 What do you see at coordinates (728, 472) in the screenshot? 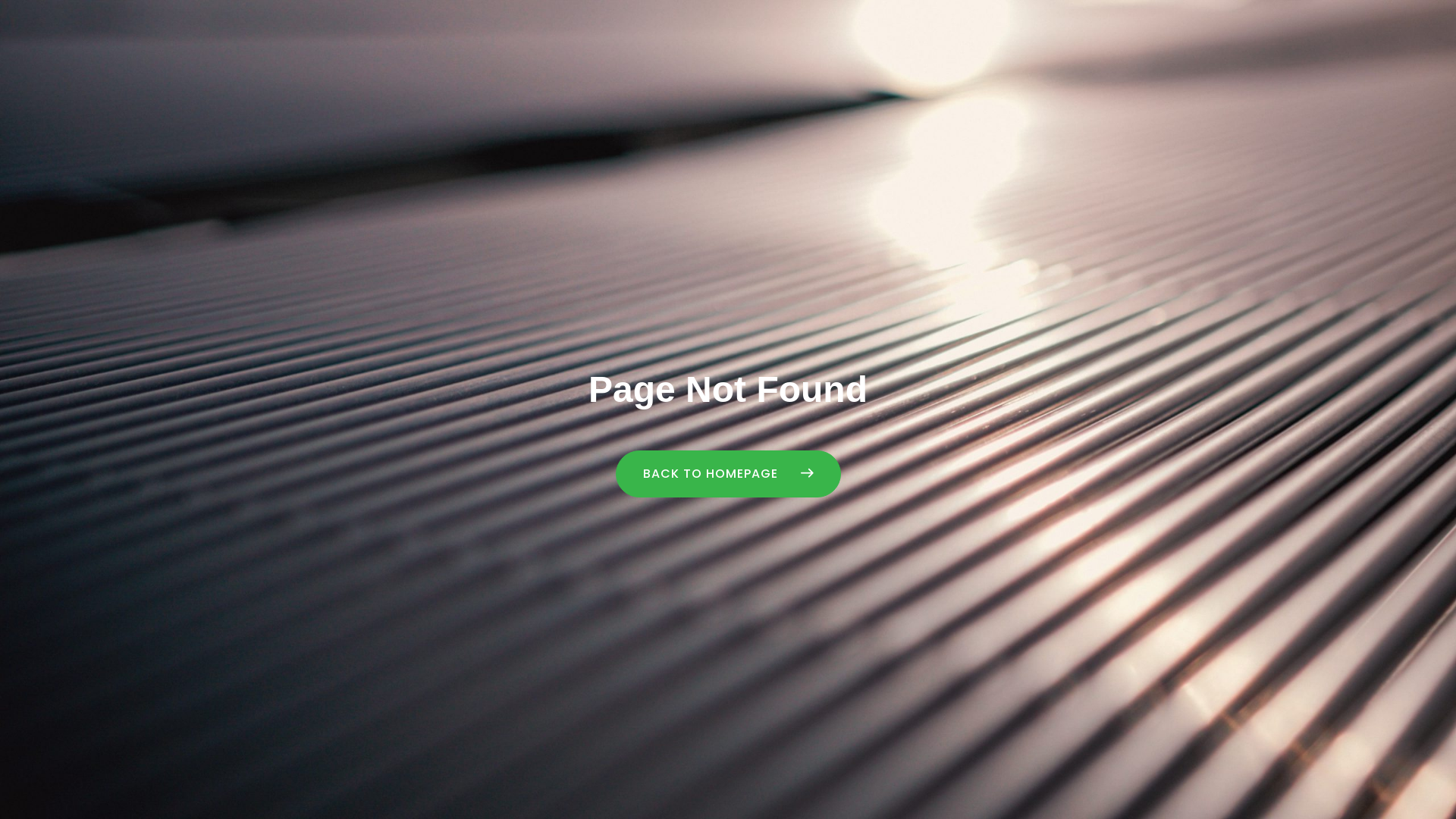
I see `'BACK TO HOMEPAGE'` at bounding box center [728, 472].